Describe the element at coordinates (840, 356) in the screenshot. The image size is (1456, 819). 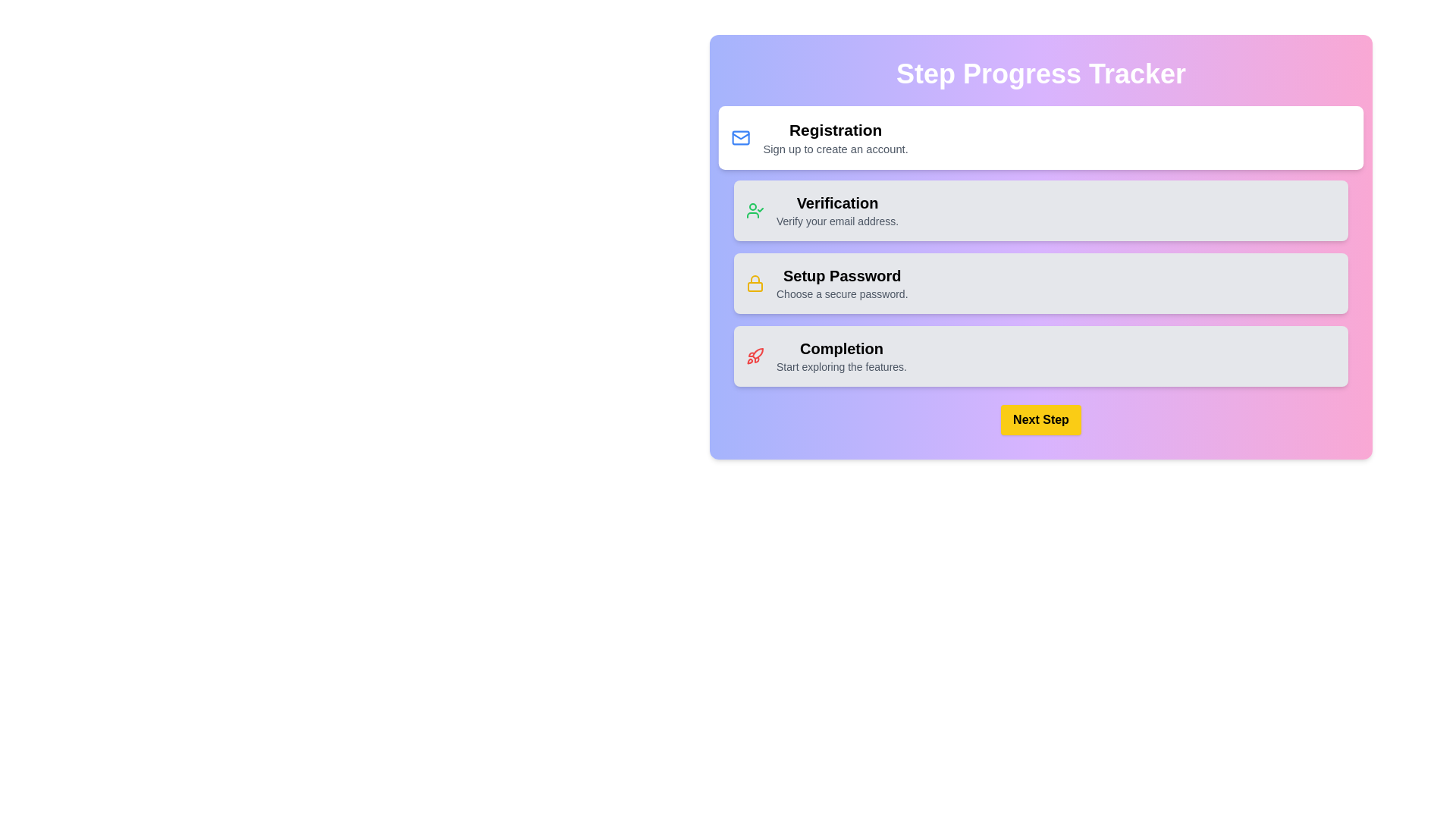
I see `the text block titled 'Completion' with subtitle 'Start exploring the features.' located at the bottom of the 'Step Progress Tracker' interface` at that location.